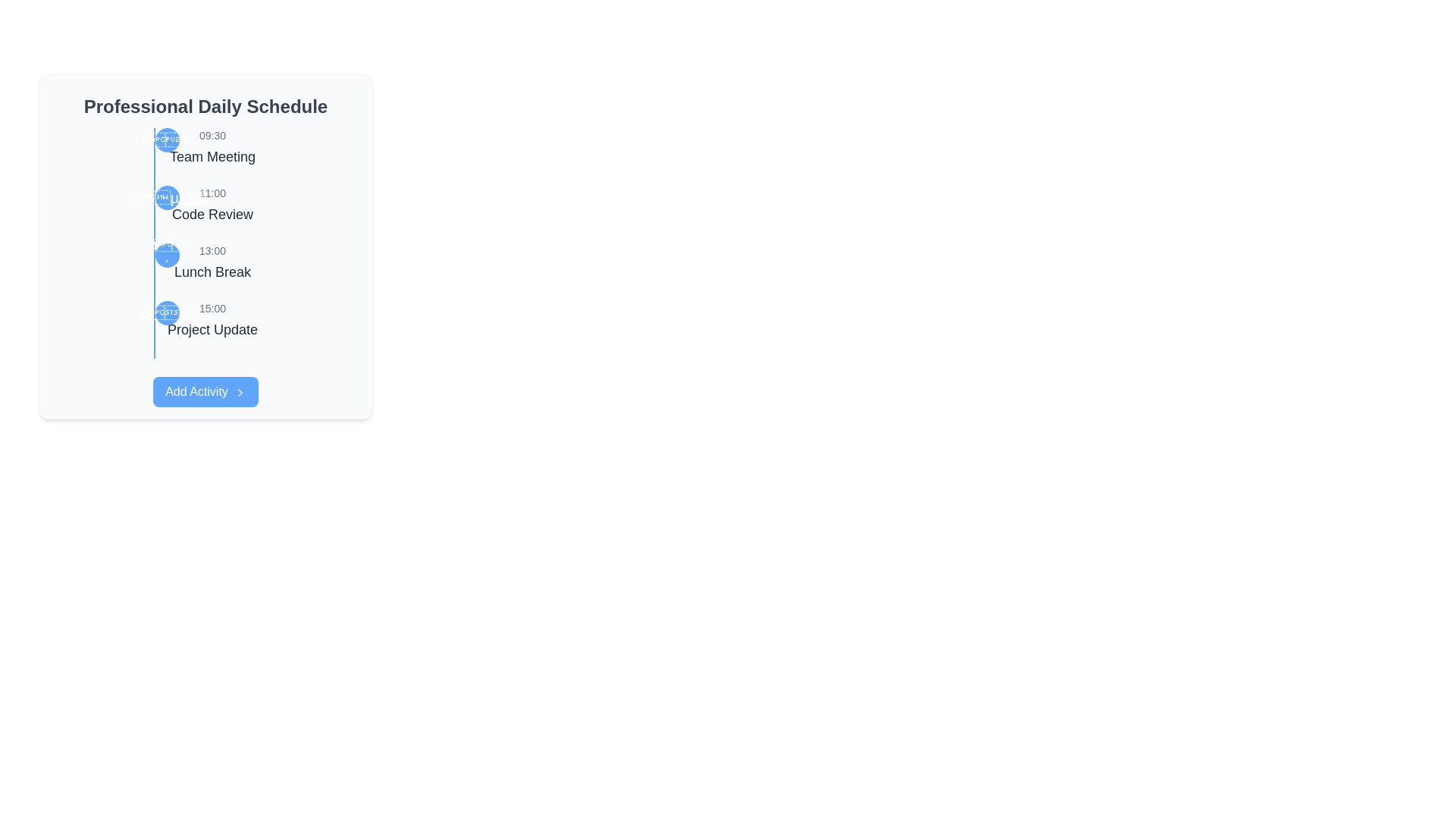 This screenshot has height=819, width=1456. Describe the element at coordinates (212, 262) in the screenshot. I see `the third list item in the 'Professional Daily Schedule' timeline, which displays '13:00' for time and 'Lunch Break' for description, with a blue circular icon containing a white emoji on the left` at that location.